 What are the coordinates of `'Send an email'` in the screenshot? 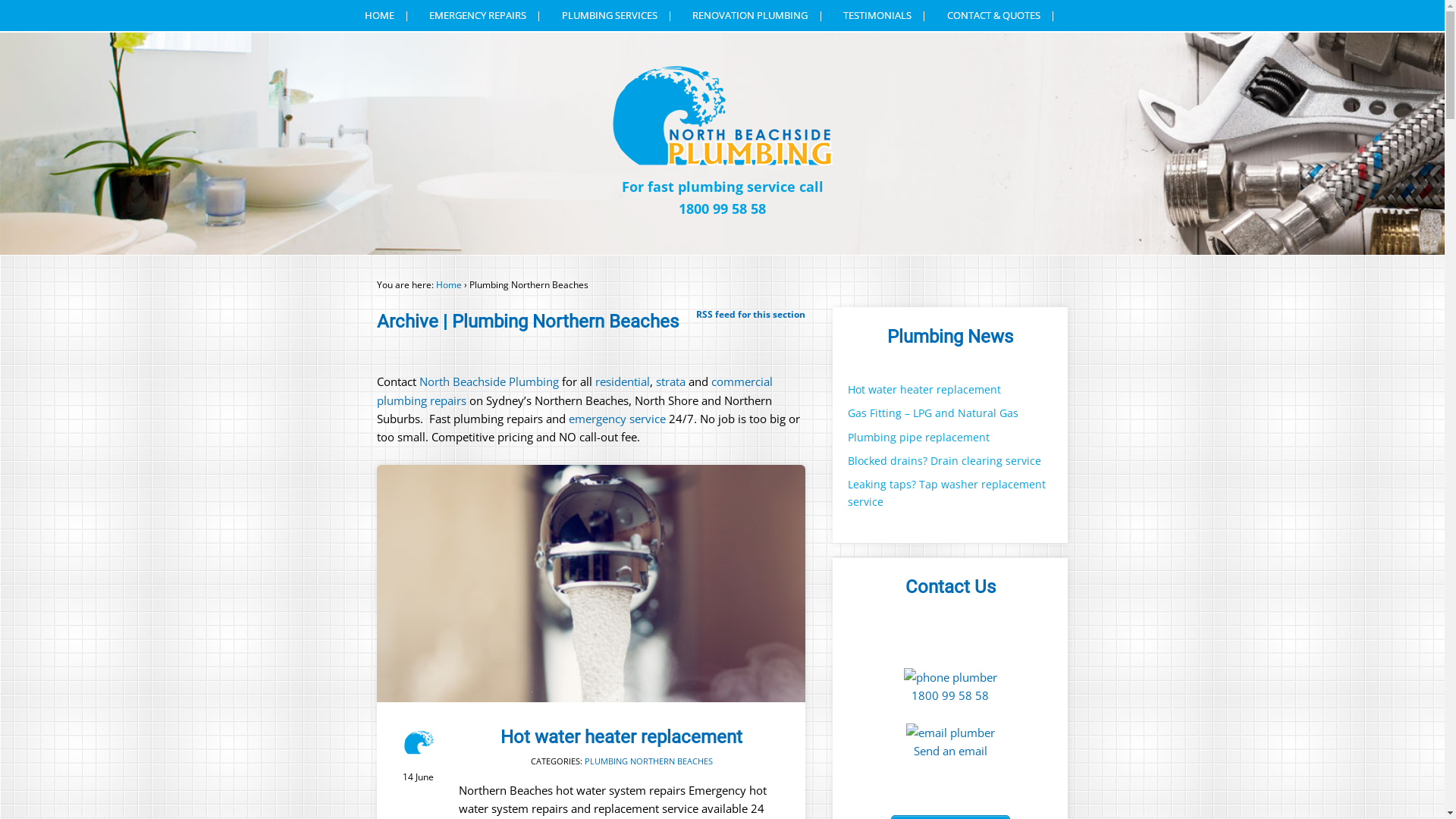 It's located at (949, 751).